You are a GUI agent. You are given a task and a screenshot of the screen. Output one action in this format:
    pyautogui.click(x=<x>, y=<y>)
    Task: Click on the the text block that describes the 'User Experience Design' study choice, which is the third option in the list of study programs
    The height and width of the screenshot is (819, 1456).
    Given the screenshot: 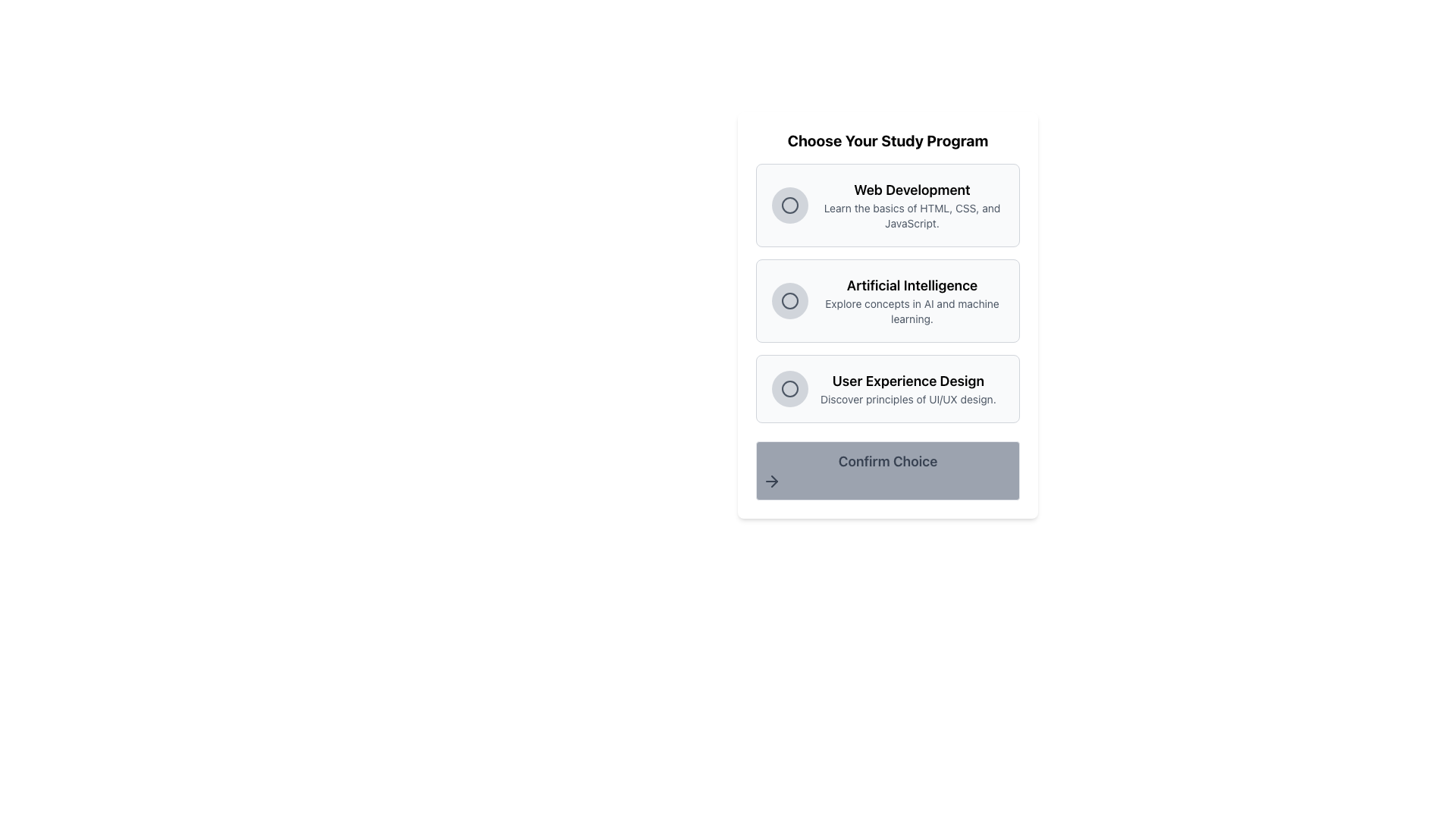 What is the action you would take?
    pyautogui.click(x=908, y=388)
    